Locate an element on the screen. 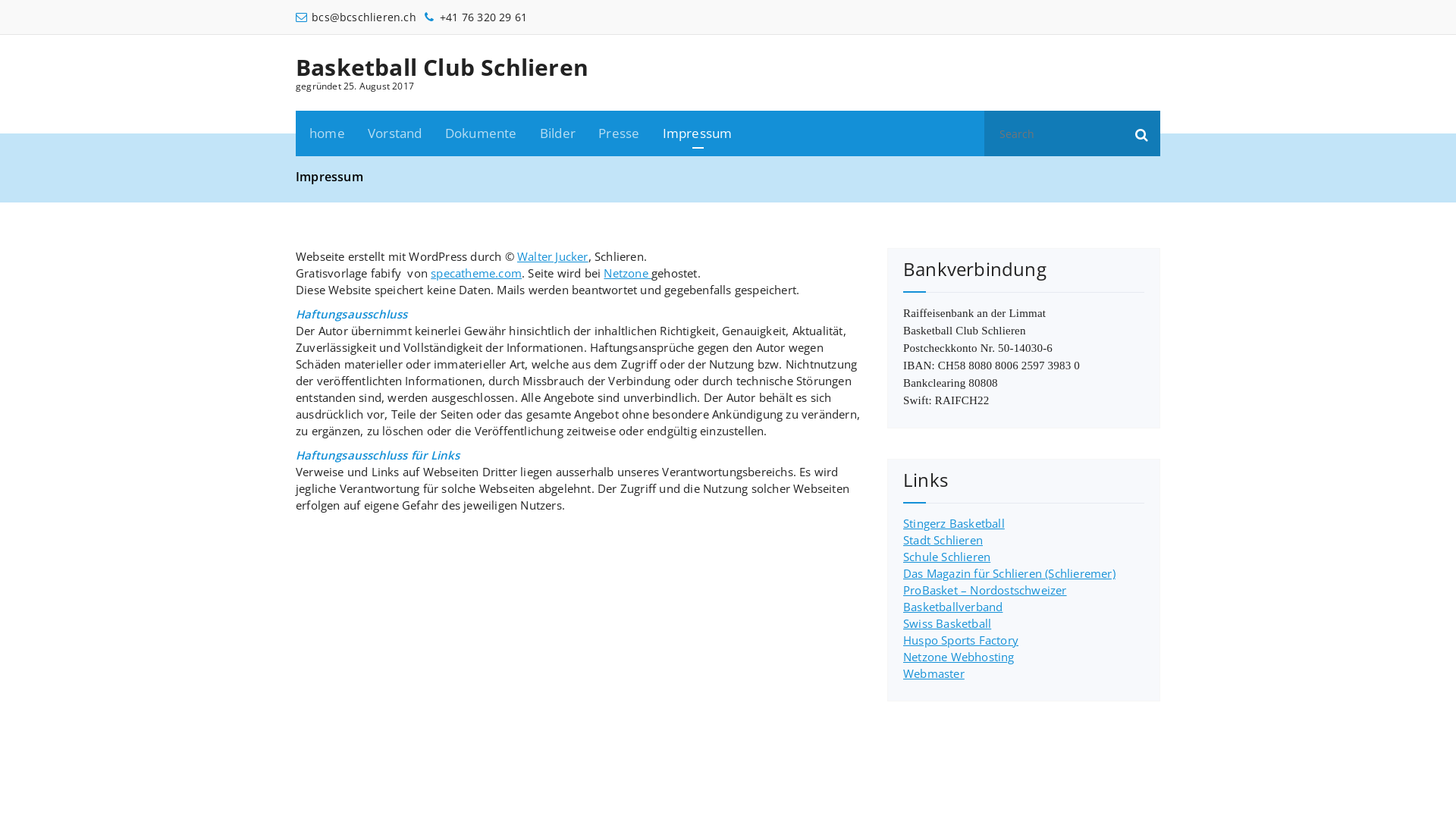 The height and width of the screenshot is (819, 1456). 'Vorstand' is located at coordinates (395, 133).